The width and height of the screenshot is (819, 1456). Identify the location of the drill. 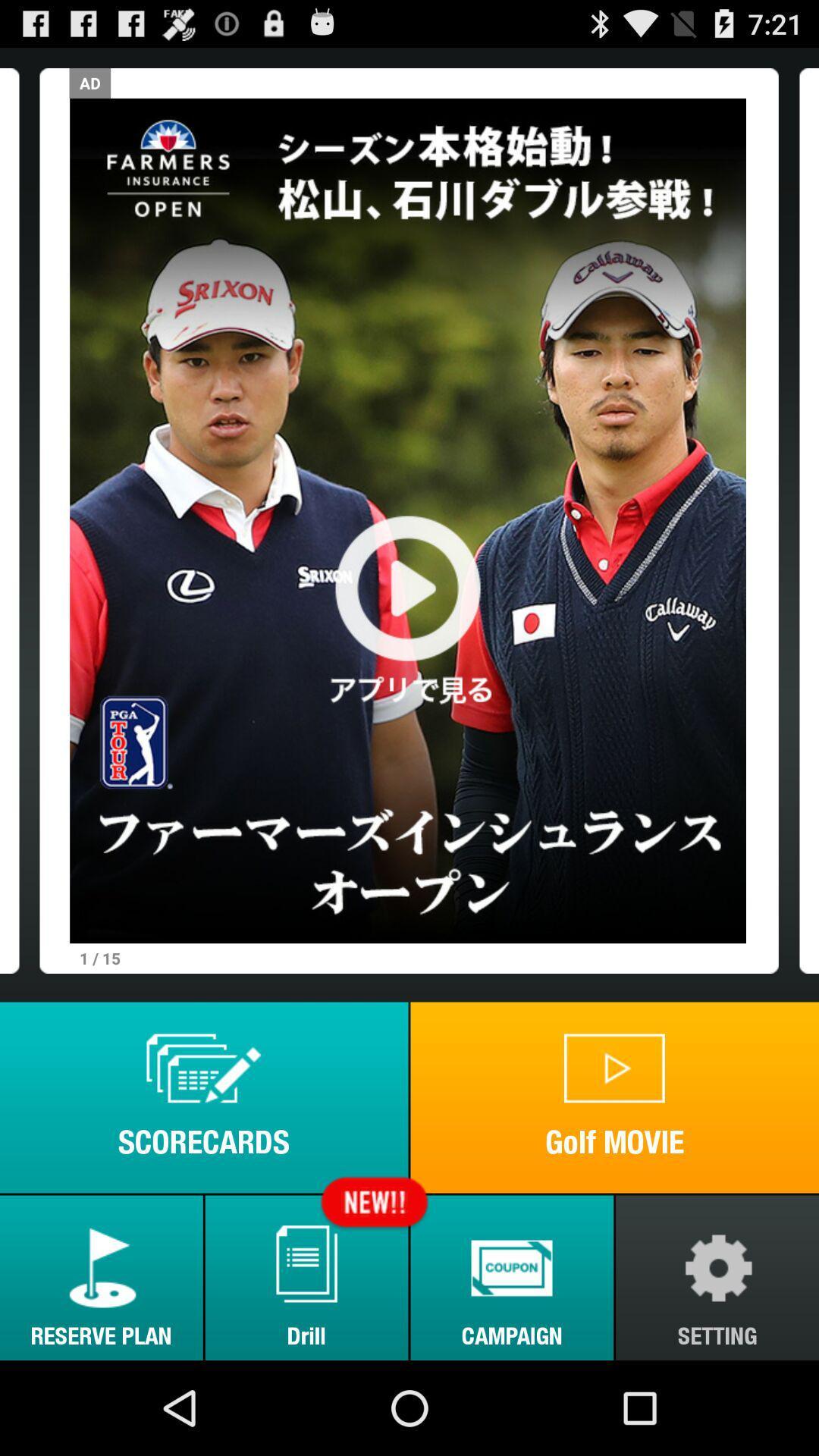
(306, 1277).